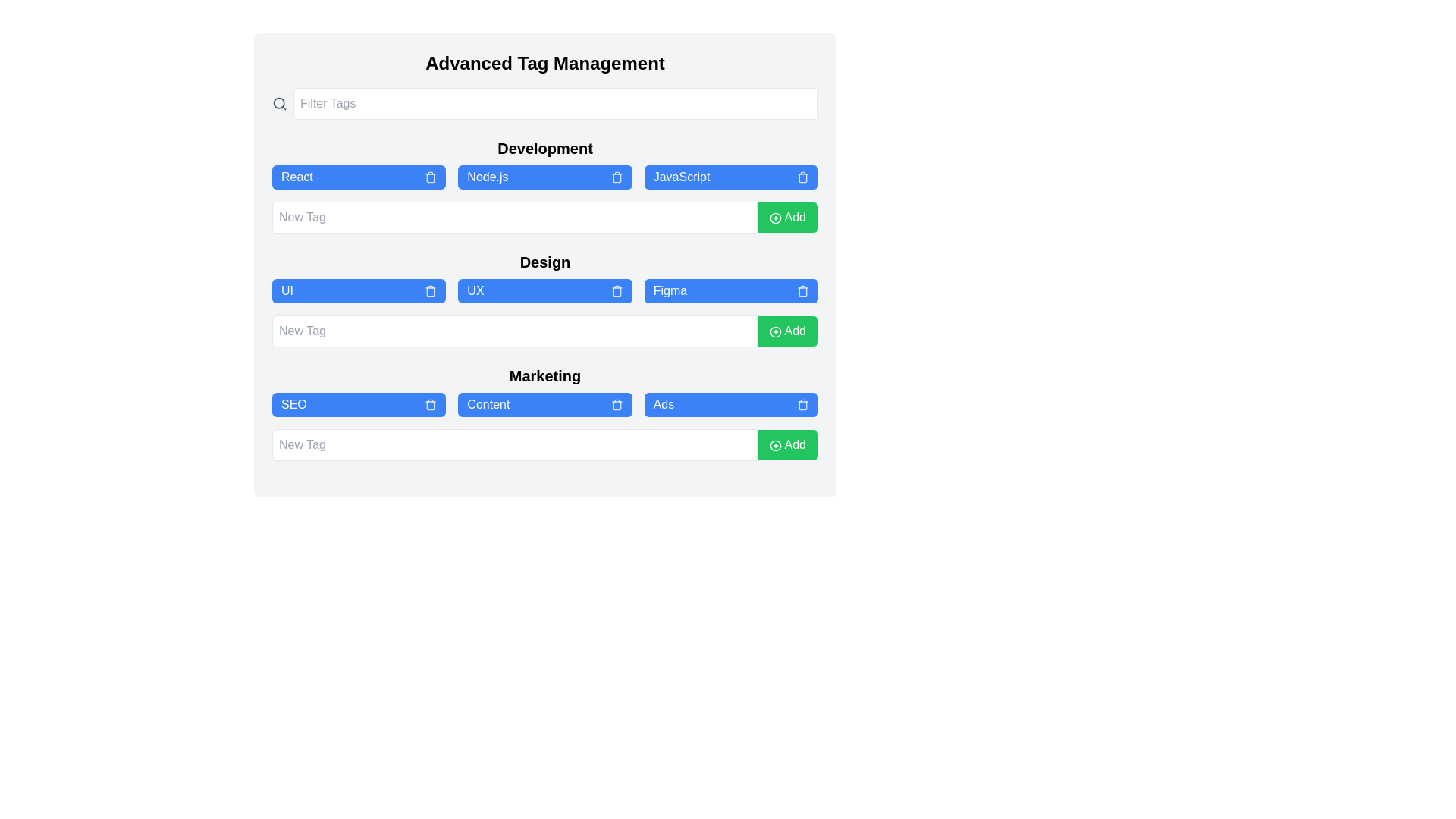  I want to click on the button located in the 'Development' section of the page, so click(787, 217).